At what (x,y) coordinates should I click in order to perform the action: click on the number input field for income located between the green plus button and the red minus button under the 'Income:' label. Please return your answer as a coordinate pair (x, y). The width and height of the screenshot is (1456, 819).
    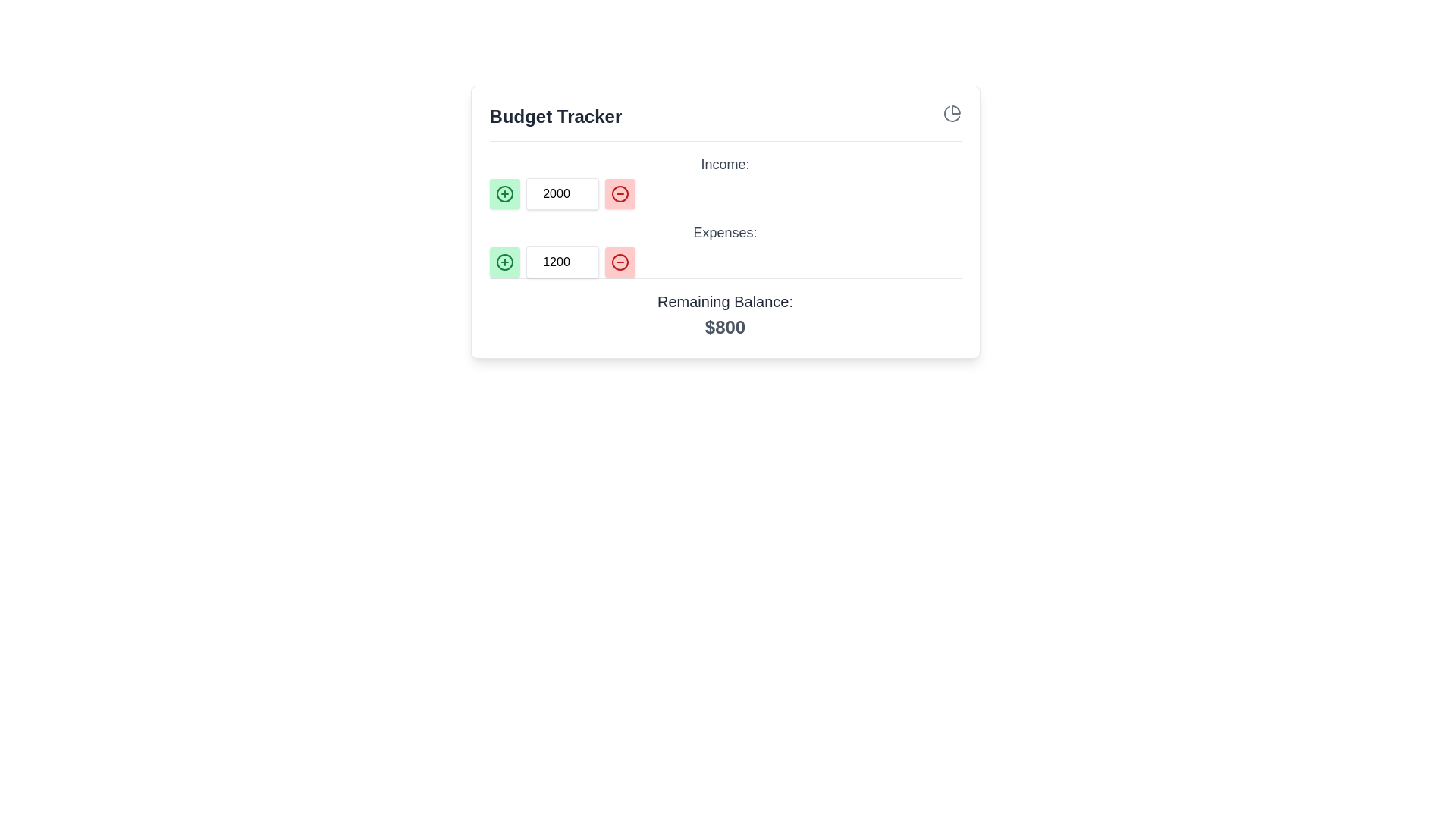
    Looking at the image, I should click on (561, 193).